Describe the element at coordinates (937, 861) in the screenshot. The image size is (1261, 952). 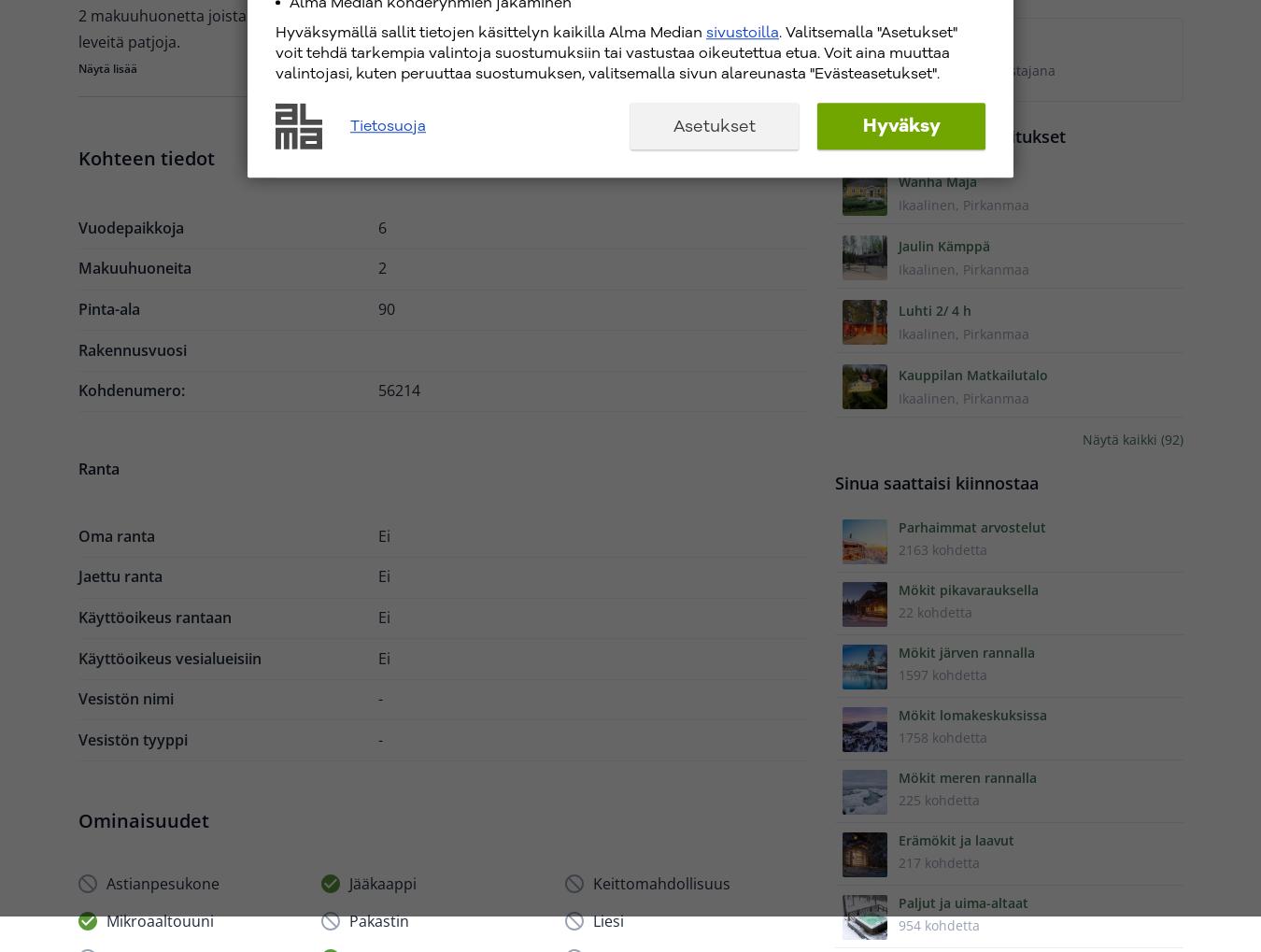
I see `'217 kohdetta'` at that location.